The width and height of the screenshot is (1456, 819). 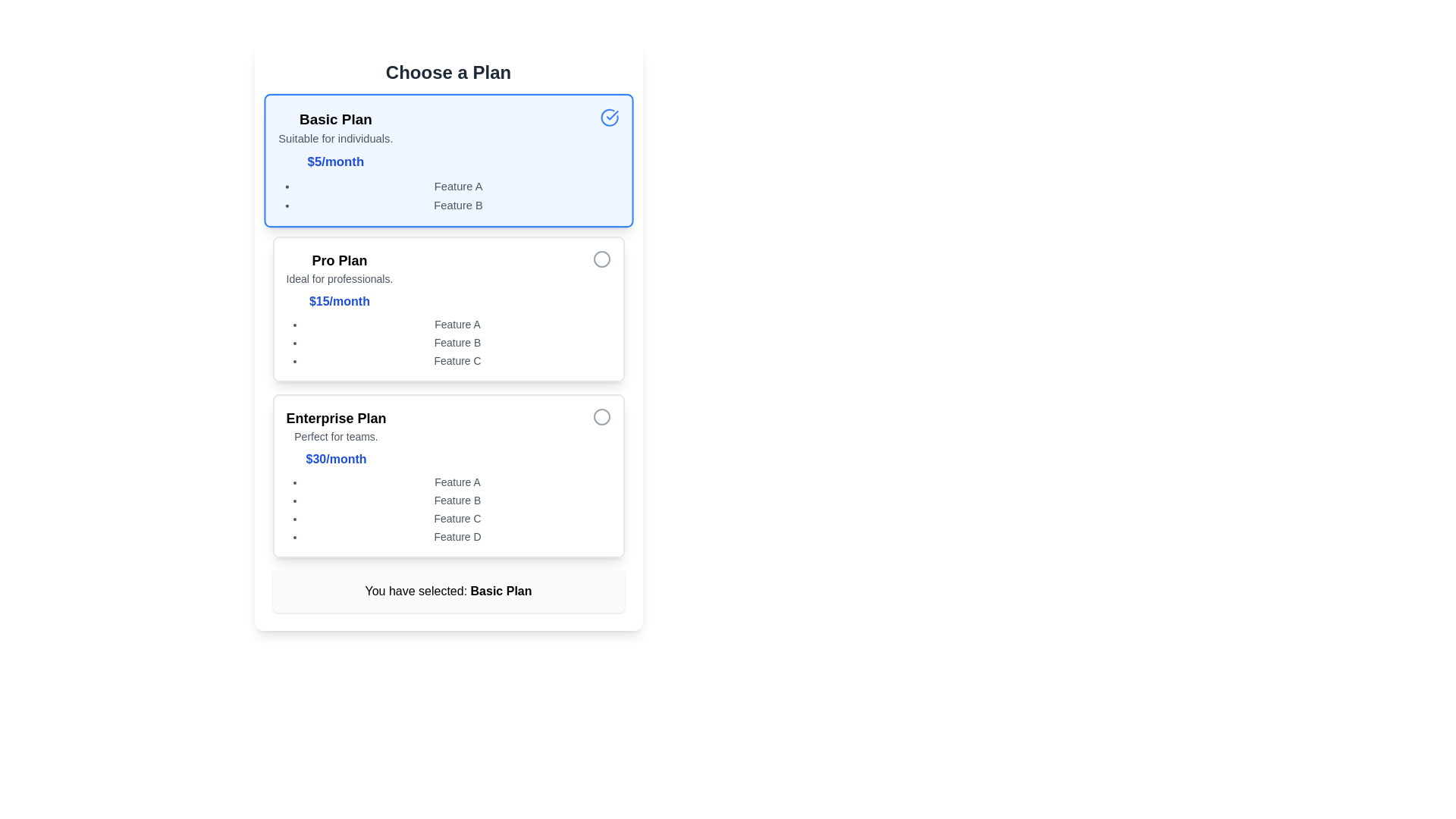 What do you see at coordinates (601, 259) in the screenshot?
I see `the visual feedback of the radio button indicating the 'Pro Plan' option, located in the top-right corner of the card` at bounding box center [601, 259].